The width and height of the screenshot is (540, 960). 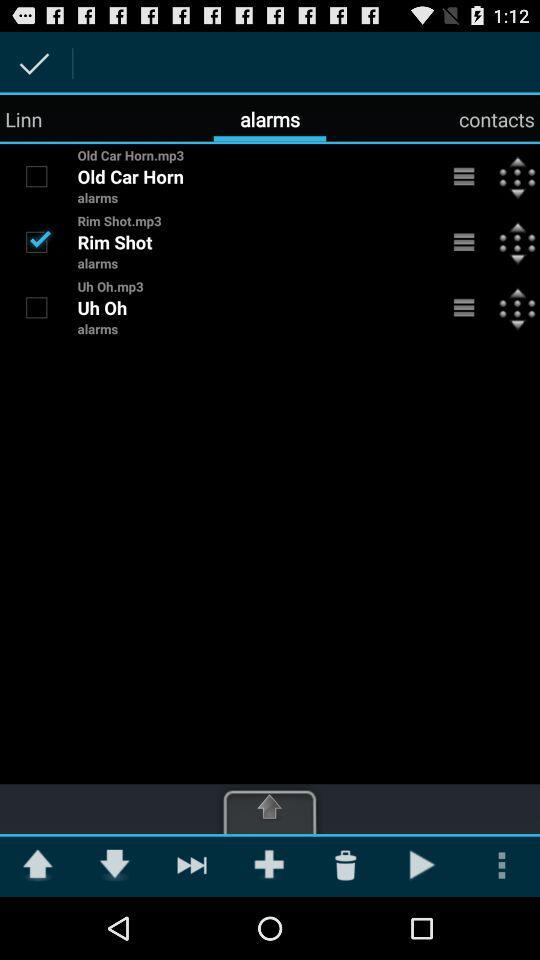 What do you see at coordinates (464, 240) in the screenshot?
I see `see menu option` at bounding box center [464, 240].